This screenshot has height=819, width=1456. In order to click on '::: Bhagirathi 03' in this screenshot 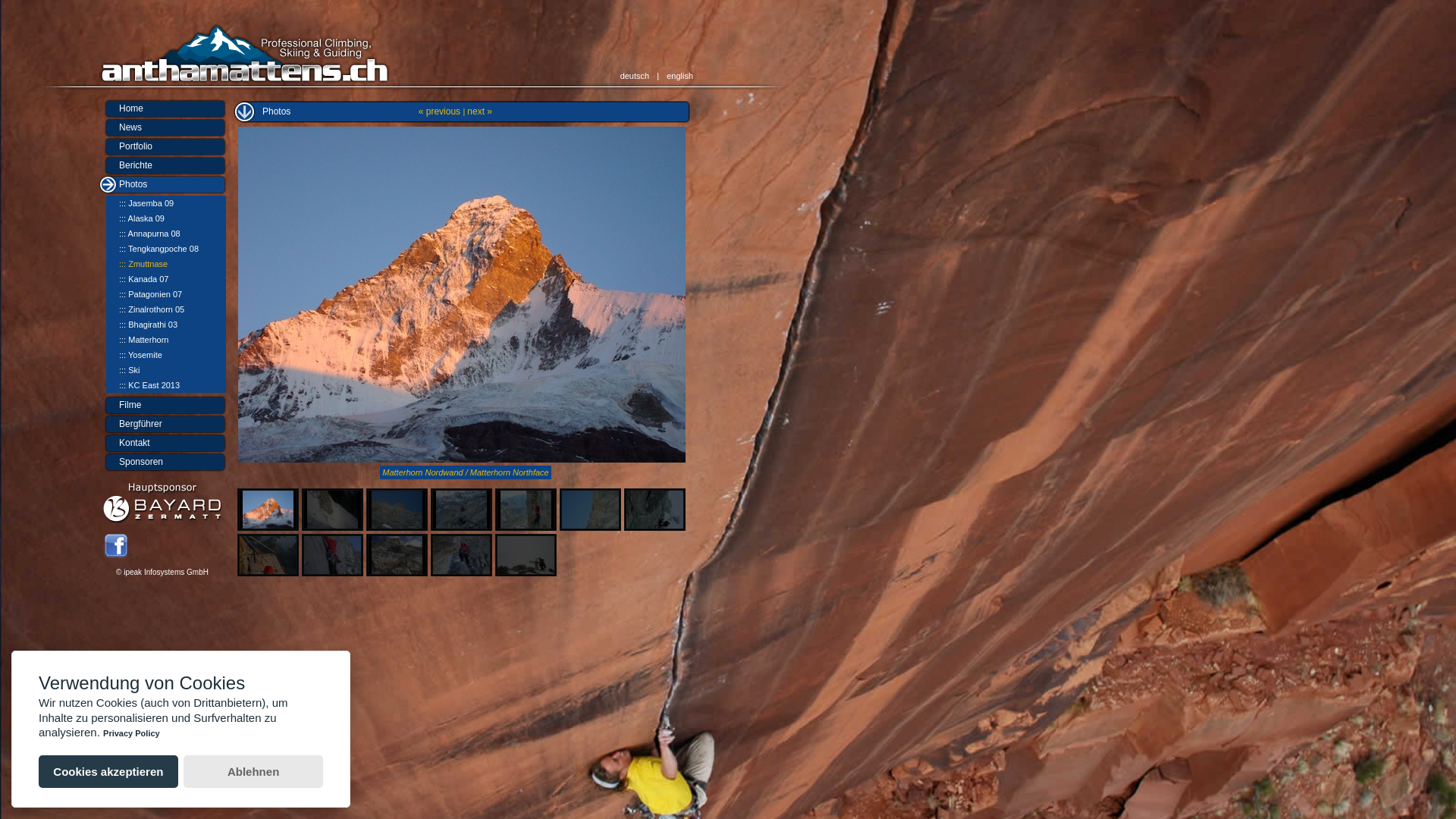, I will do `click(138, 324)`.